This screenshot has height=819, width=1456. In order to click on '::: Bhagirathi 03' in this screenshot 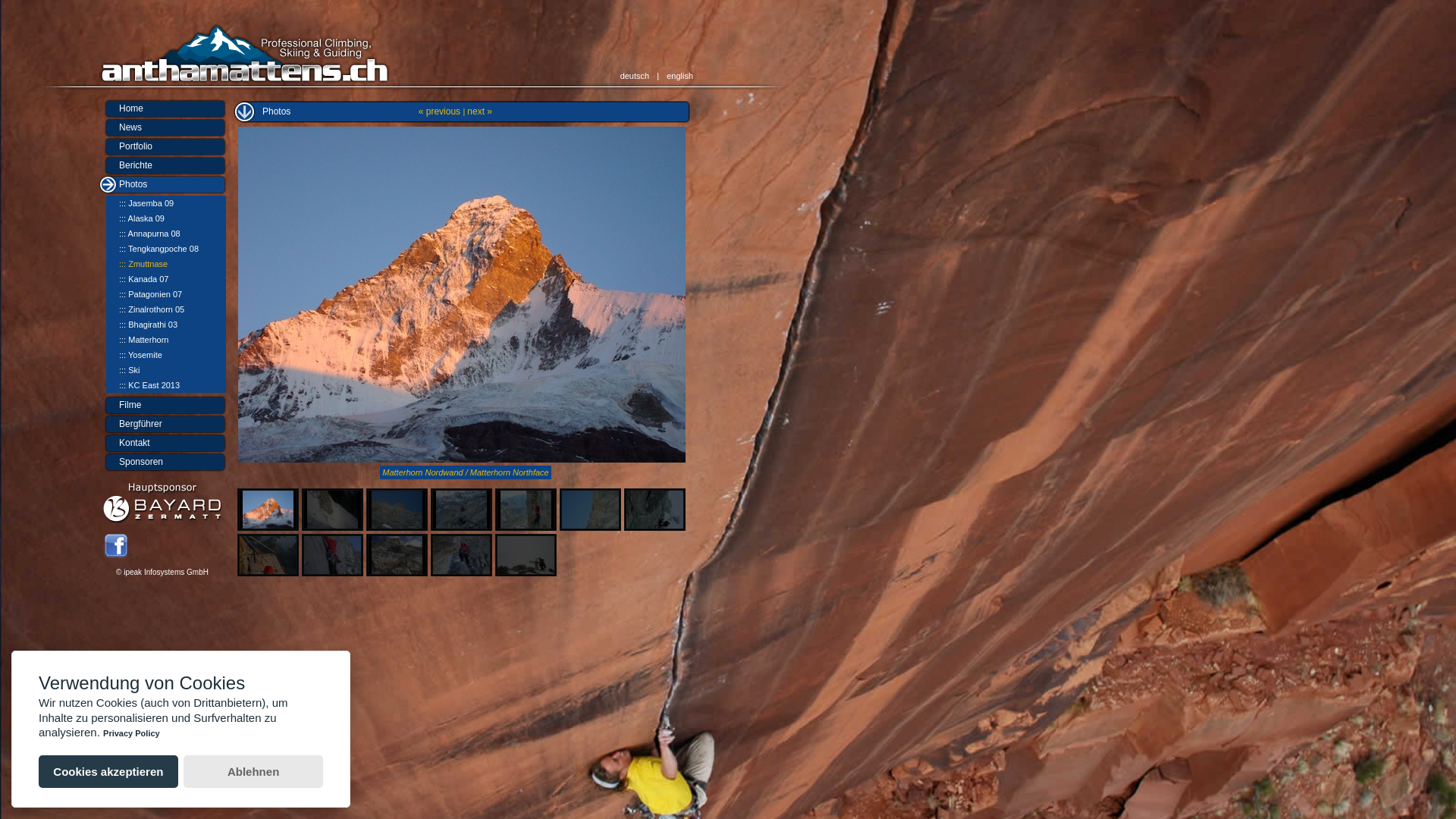, I will do `click(138, 324)`.